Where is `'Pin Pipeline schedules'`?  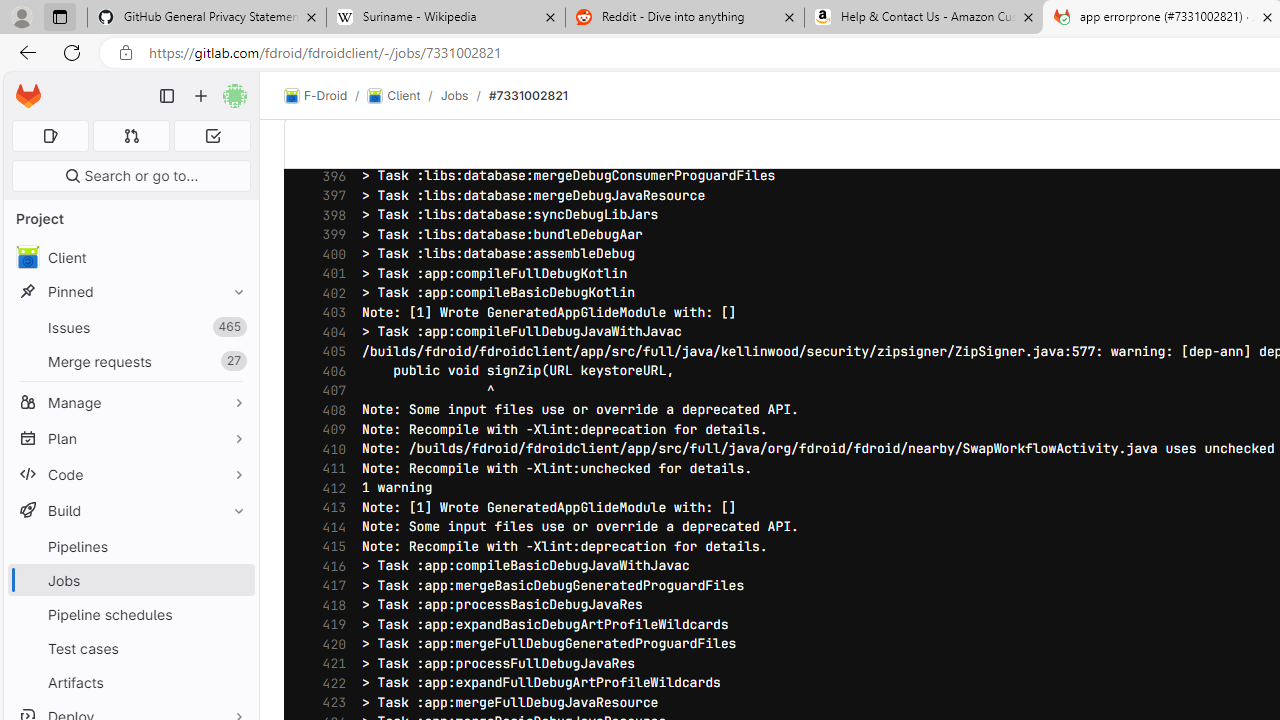 'Pin Pipeline schedules' is located at coordinates (234, 613).